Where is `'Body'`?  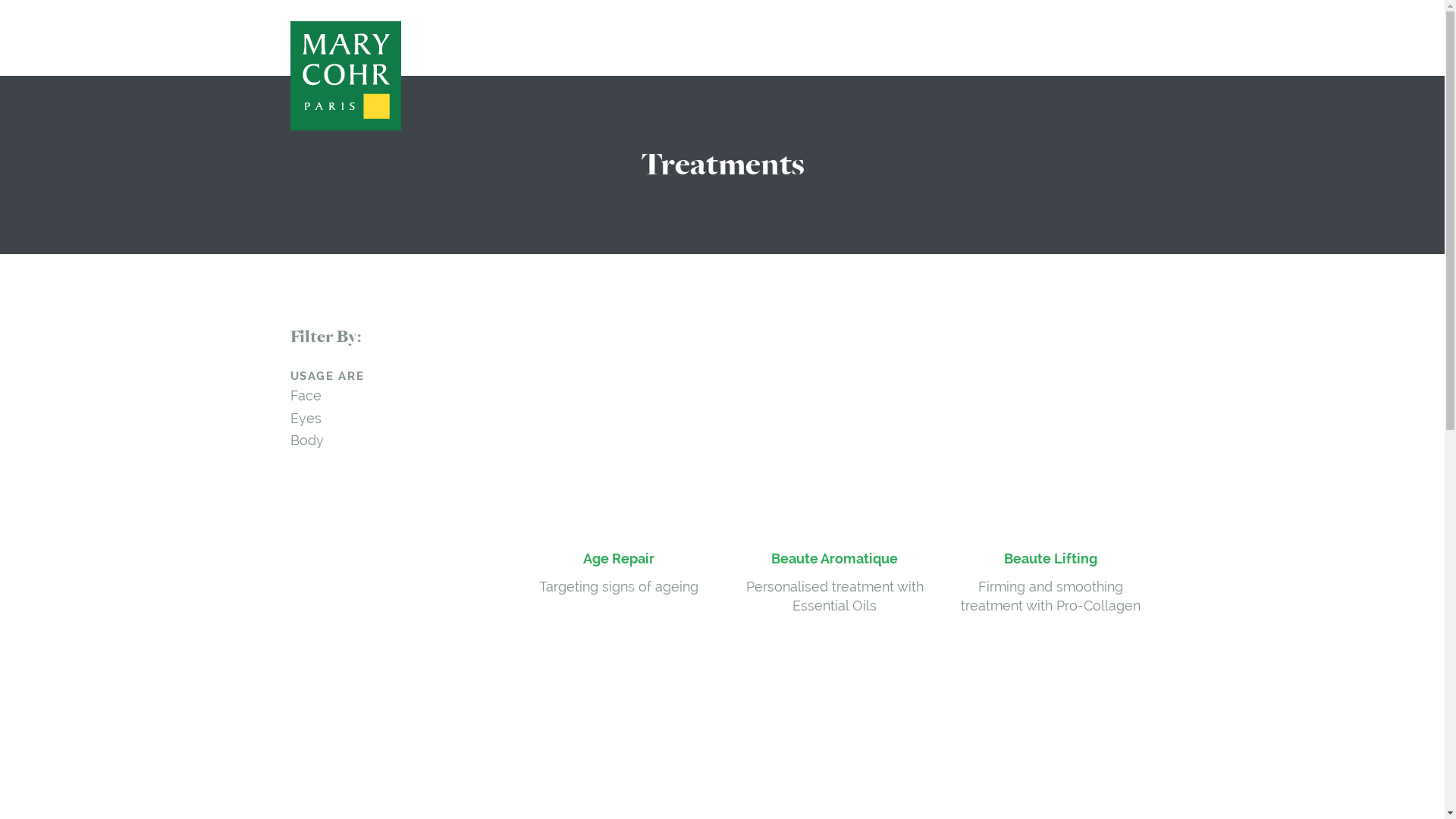
'Body' is located at coordinates (305, 440).